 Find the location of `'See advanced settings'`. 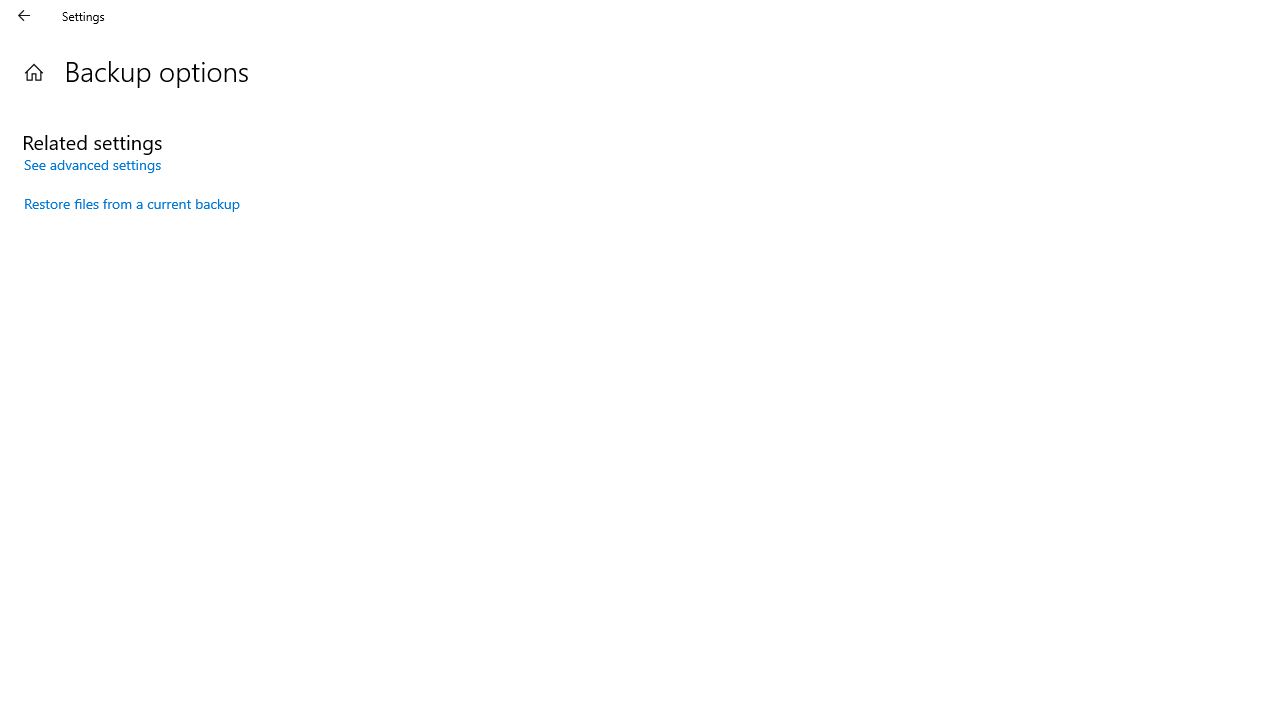

'See advanced settings' is located at coordinates (92, 163).